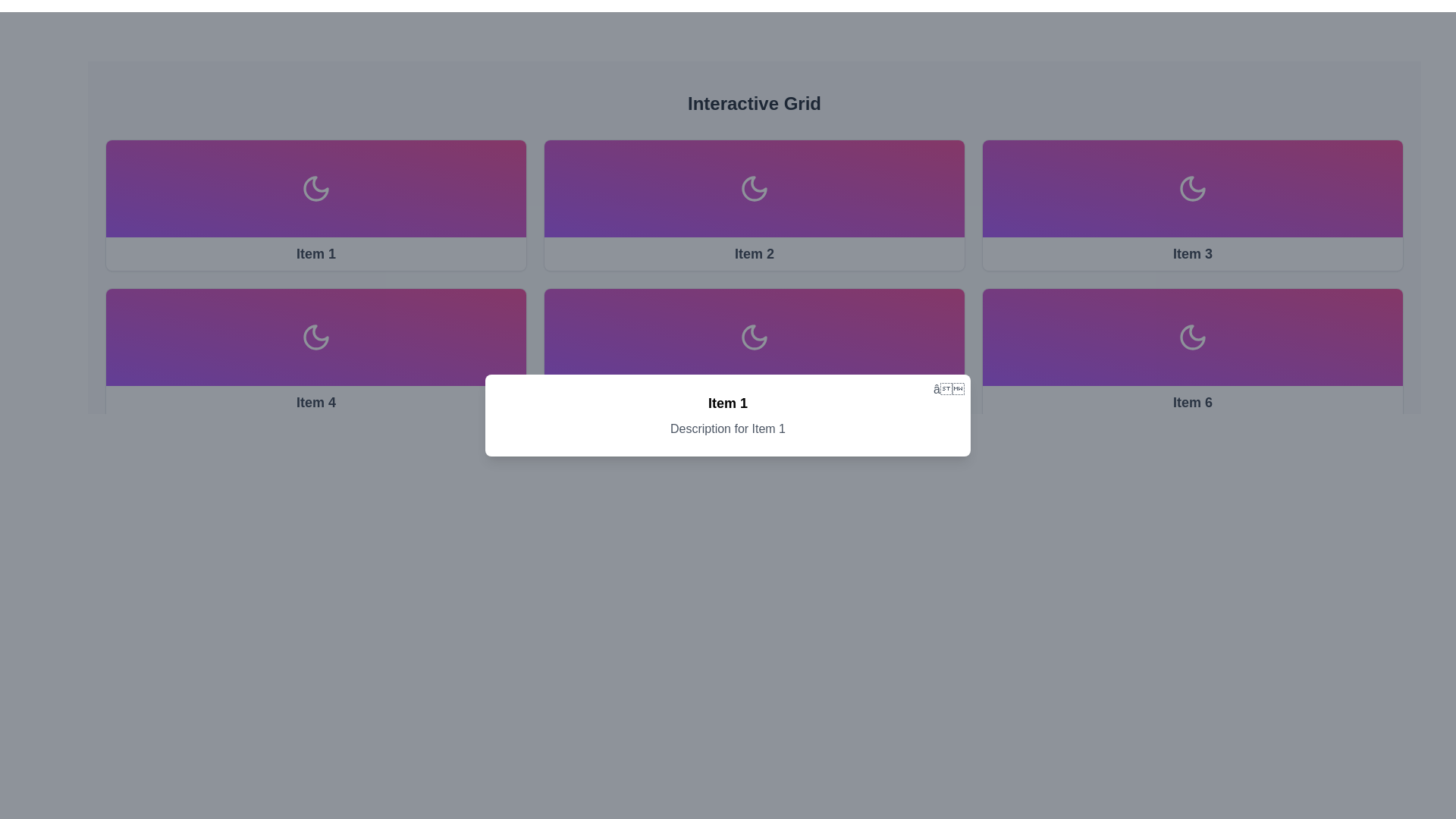  I want to click on the close button located at the top-right corner of the card displaying 'Item 1', so click(948, 388).